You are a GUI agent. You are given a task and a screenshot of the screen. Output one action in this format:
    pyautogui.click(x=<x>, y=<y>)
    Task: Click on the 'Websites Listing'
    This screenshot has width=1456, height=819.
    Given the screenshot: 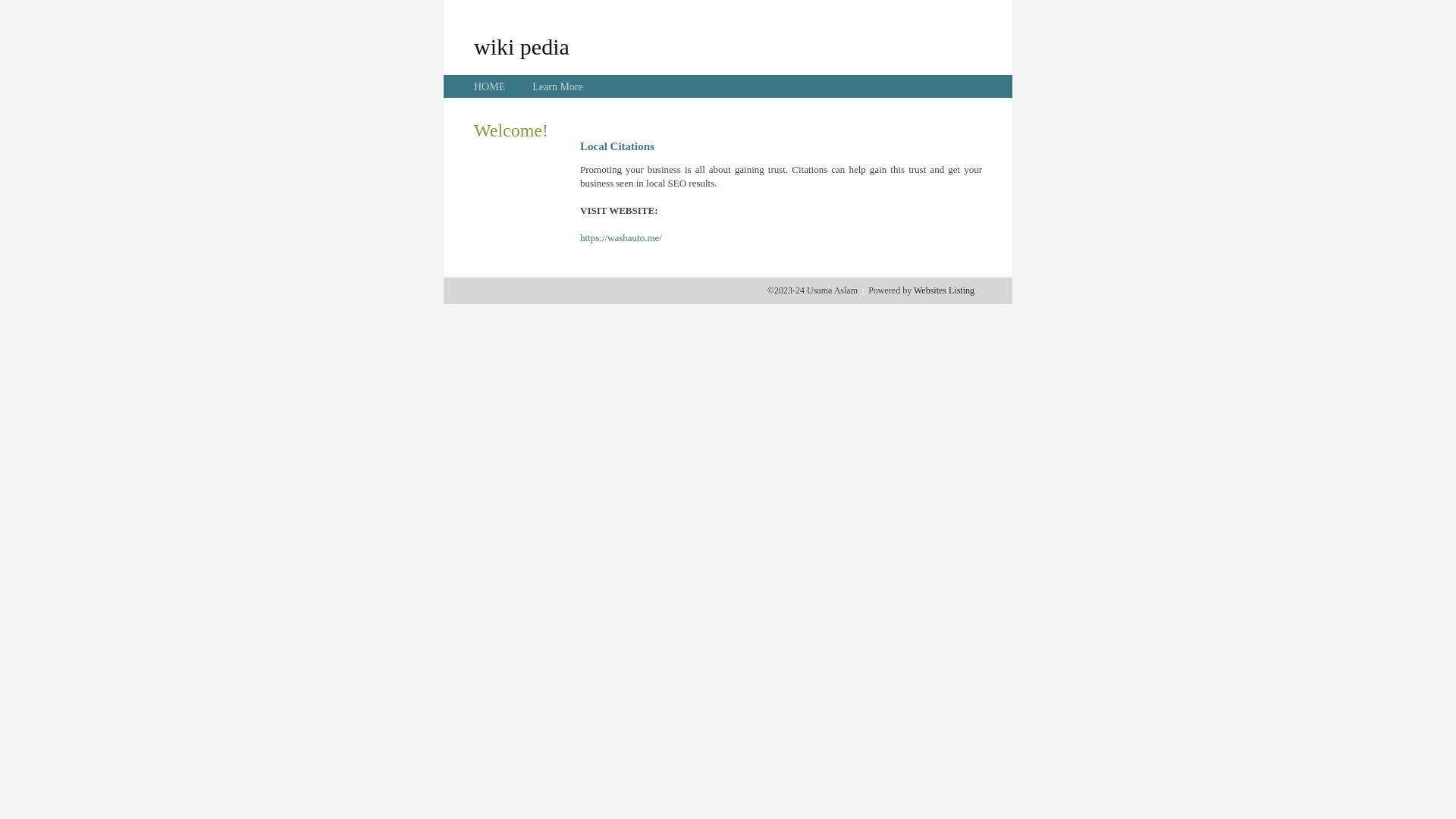 What is the action you would take?
    pyautogui.click(x=943, y=290)
    